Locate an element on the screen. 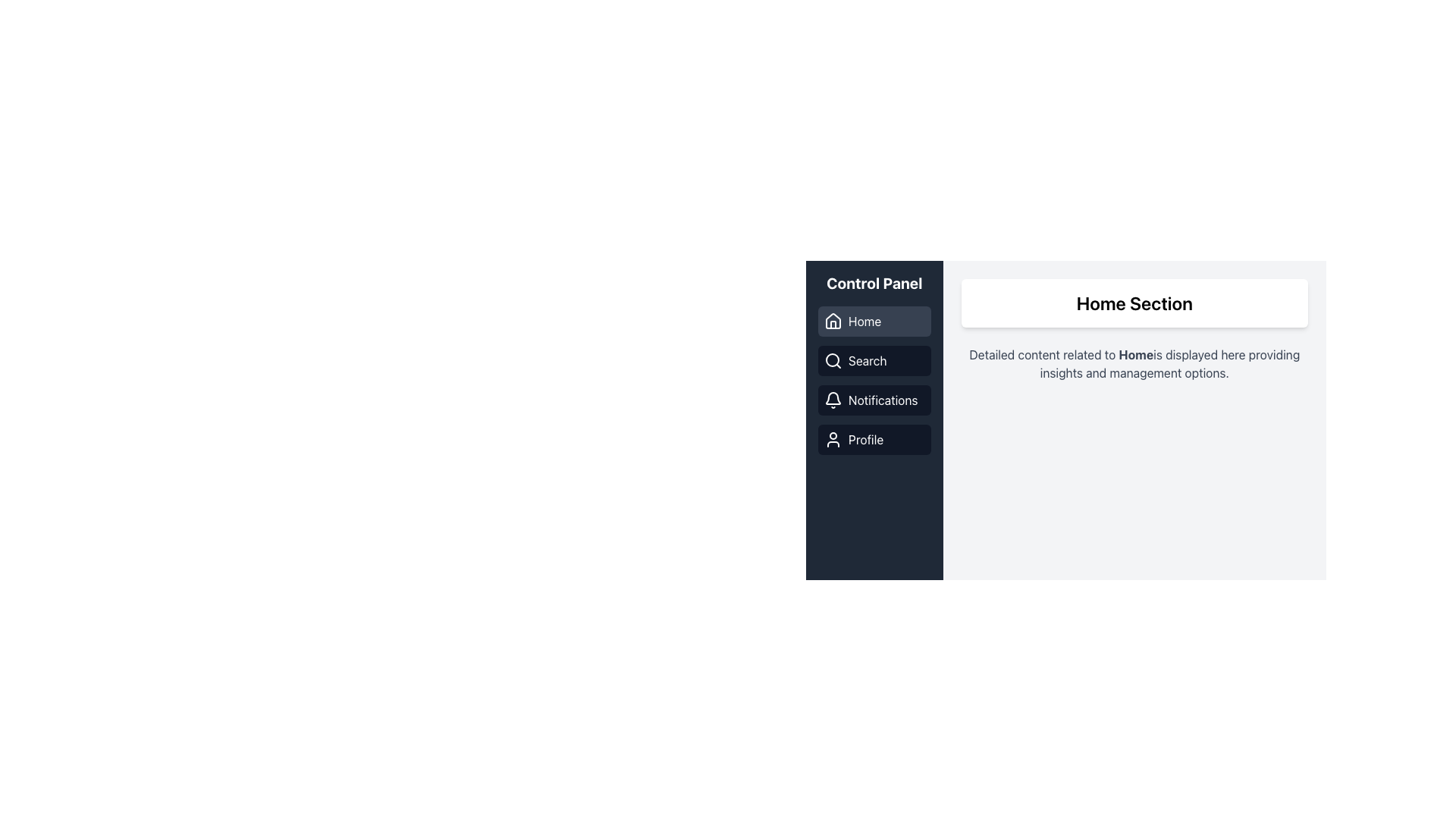 The width and height of the screenshot is (1456, 819). the static text label that serves as a heading for the navigation panel, positioned at the top of the vertical navigation bar on the left side of the interface is located at coordinates (874, 284).